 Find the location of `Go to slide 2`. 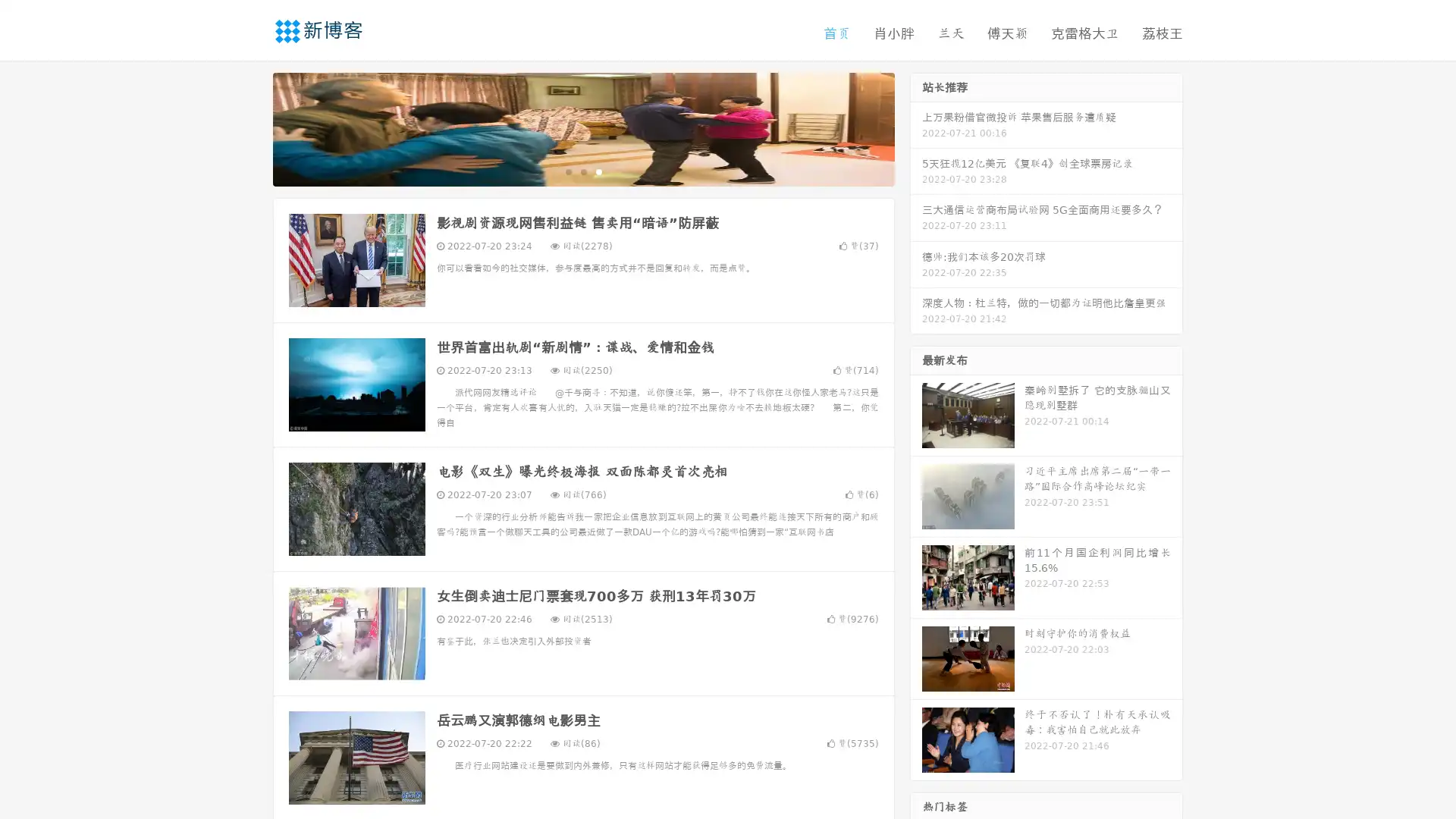

Go to slide 2 is located at coordinates (582, 171).